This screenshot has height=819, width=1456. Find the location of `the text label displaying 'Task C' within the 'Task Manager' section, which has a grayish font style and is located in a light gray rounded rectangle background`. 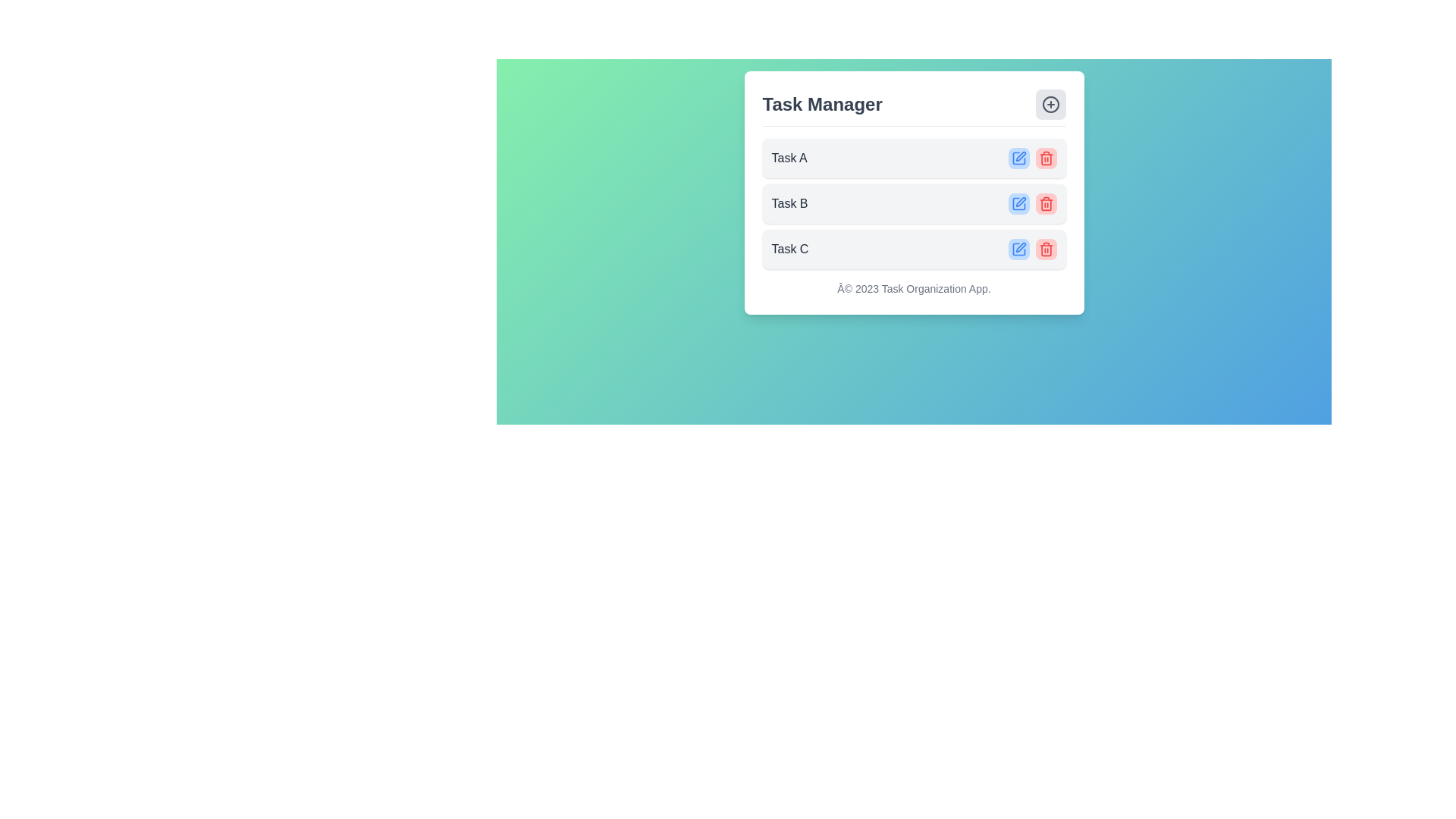

the text label displaying 'Task C' within the 'Task Manager' section, which has a grayish font style and is located in a light gray rounded rectangle background is located at coordinates (789, 248).